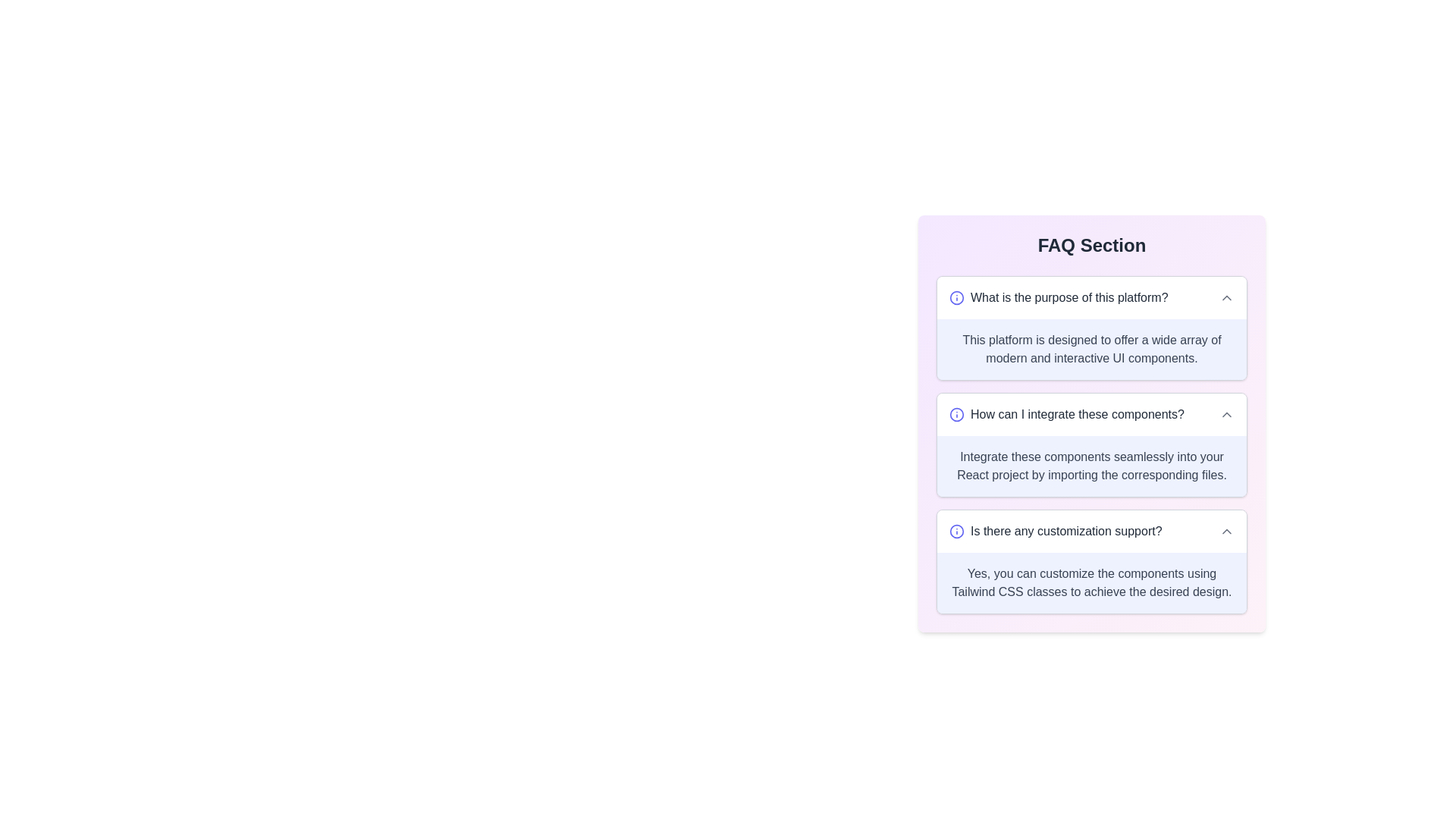 Image resolution: width=1456 pixels, height=819 pixels. What do you see at coordinates (1226, 531) in the screenshot?
I see `the Chevron-Up icon, which is positioned at the right edge of the FAQ card for the query 'Is there any customization support?', serving as an expansion toggle button` at bounding box center [1226, 531].